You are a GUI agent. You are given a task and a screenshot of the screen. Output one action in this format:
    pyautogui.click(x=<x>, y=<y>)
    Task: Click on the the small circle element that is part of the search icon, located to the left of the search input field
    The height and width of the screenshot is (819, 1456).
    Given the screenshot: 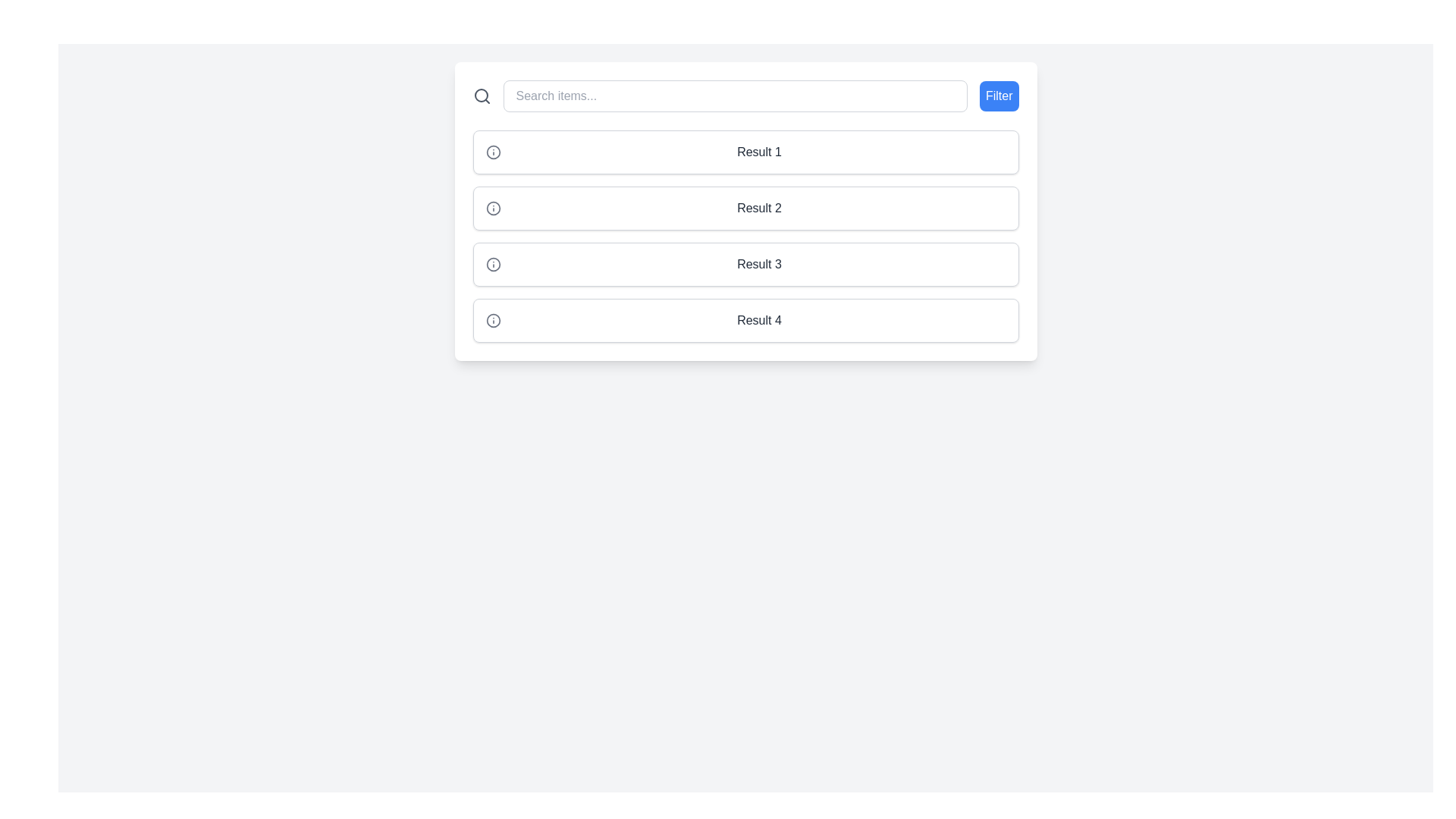 What is the action you would take?
    pyautogui.click(x=480, y=96)
    